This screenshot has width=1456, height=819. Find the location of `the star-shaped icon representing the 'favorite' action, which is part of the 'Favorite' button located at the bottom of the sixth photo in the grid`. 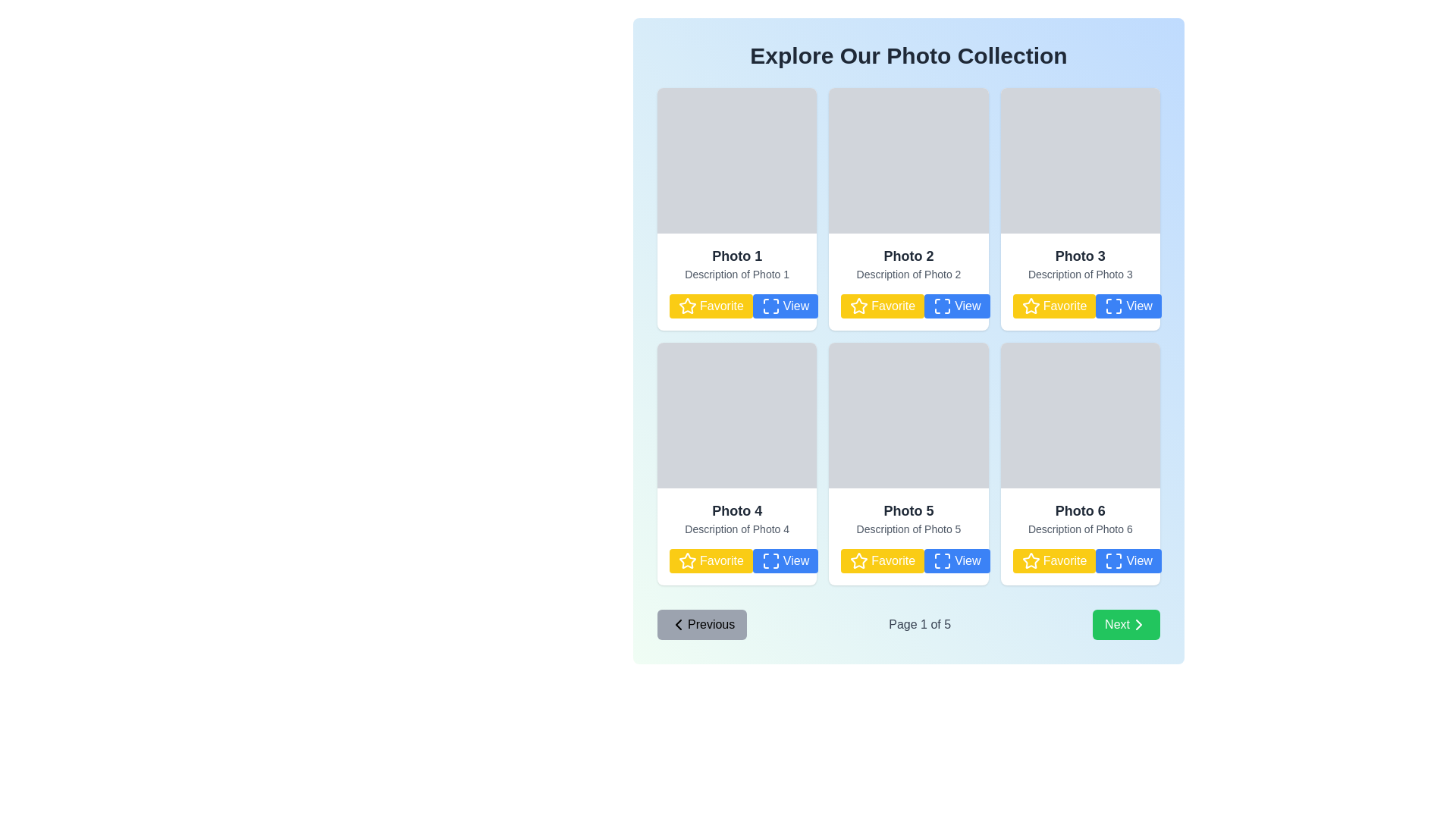

the star-shaped icon representing the 'favorite' action, which is part of the 'Favorite' button located at the bottom of the sixth photo in the grid is located at coordinates (1031, 561).